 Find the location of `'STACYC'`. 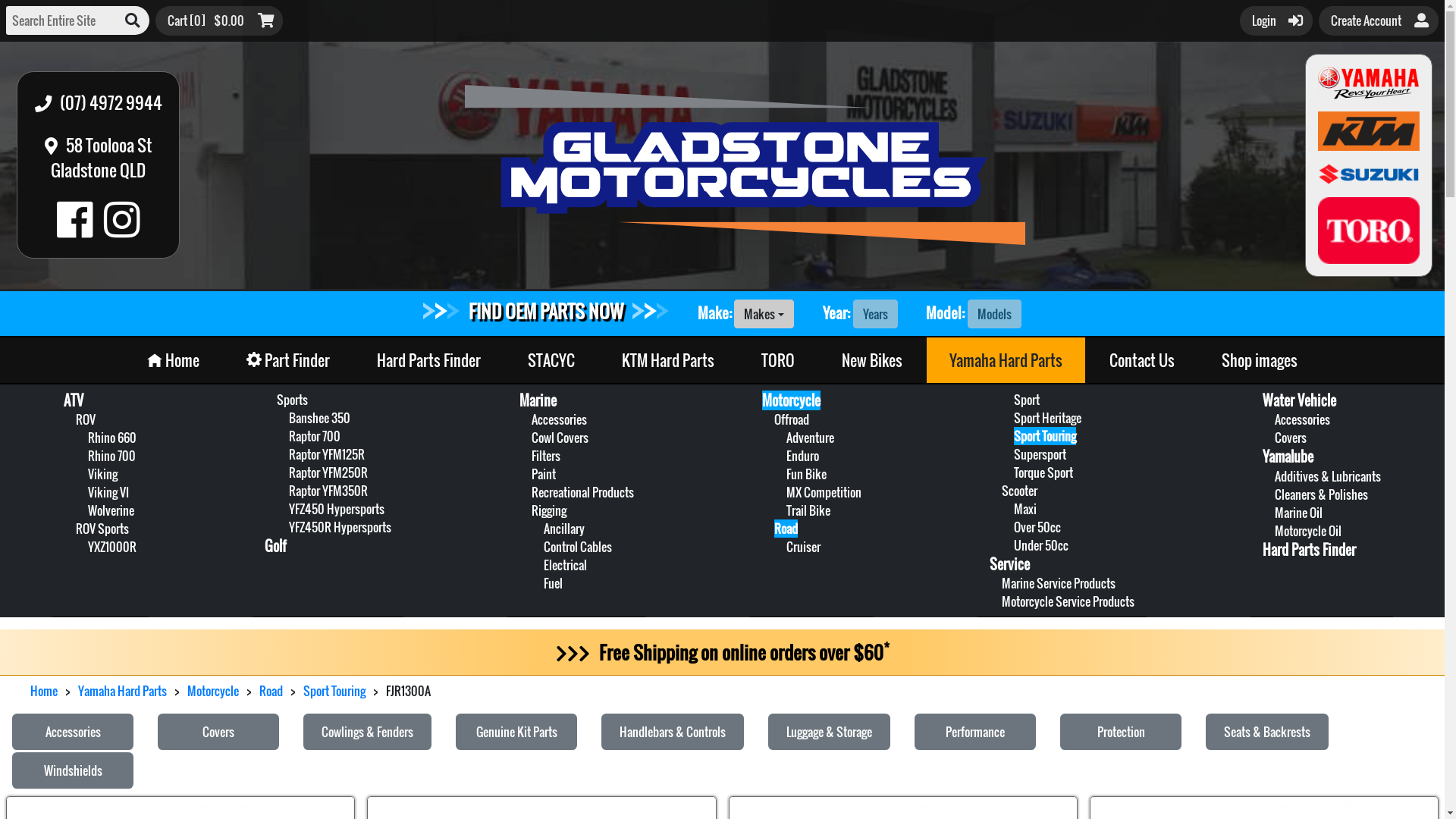

'STACYC' is located at coordinates (550, 359).